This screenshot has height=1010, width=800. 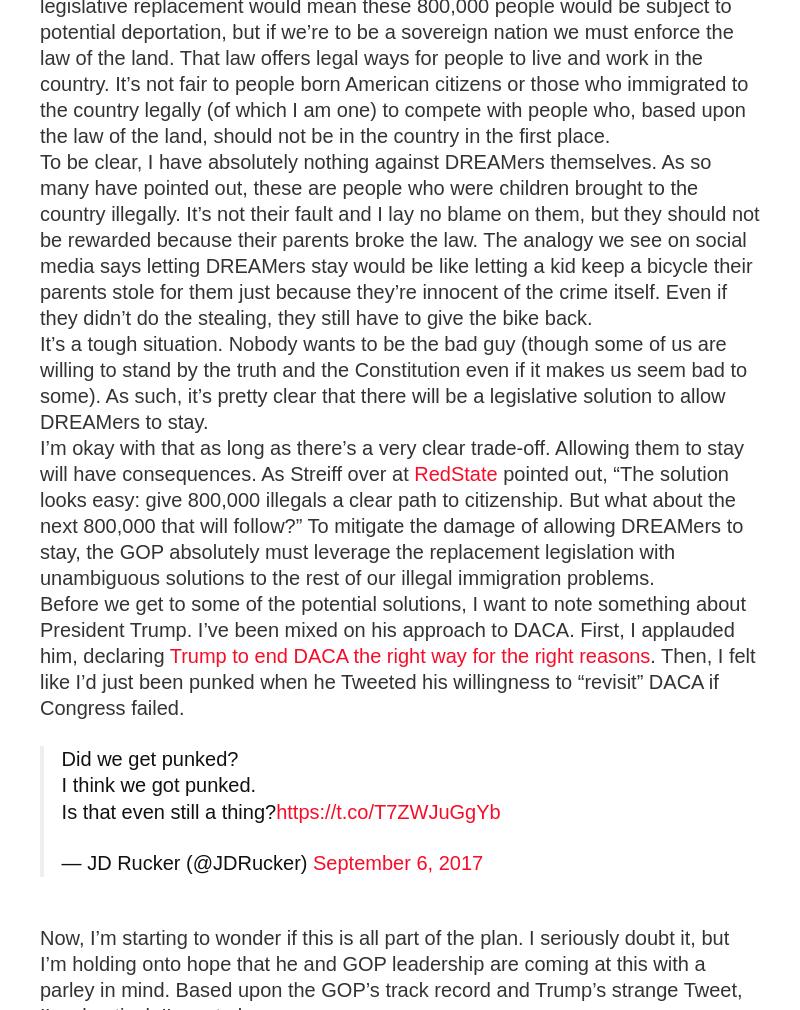 I want to click on 'Did we get punked?', so click(x=149, y=759).